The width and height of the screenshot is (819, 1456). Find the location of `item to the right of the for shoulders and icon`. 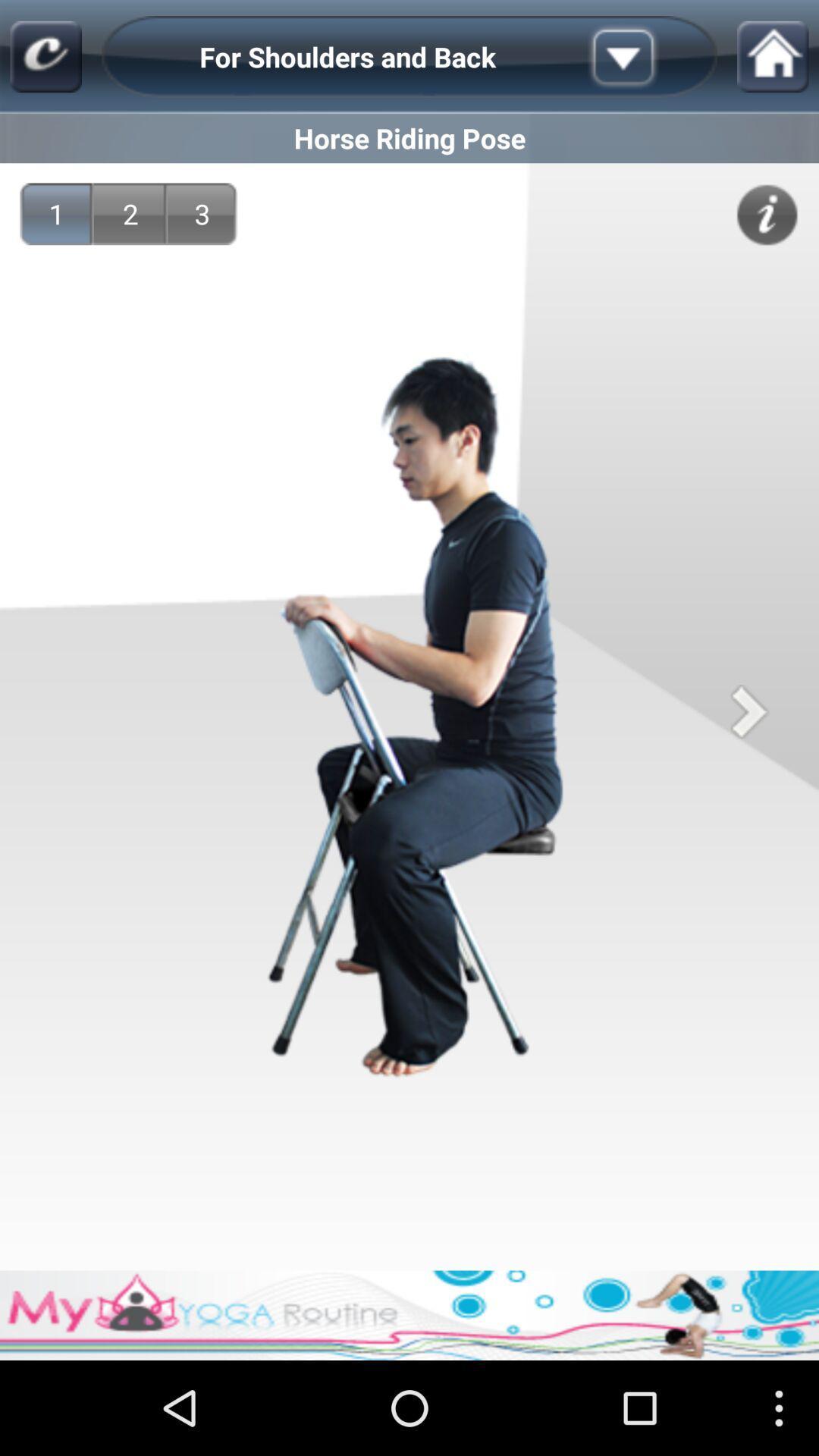

item to the right of the for shoulders and icon is located at coordinates (647, 57).